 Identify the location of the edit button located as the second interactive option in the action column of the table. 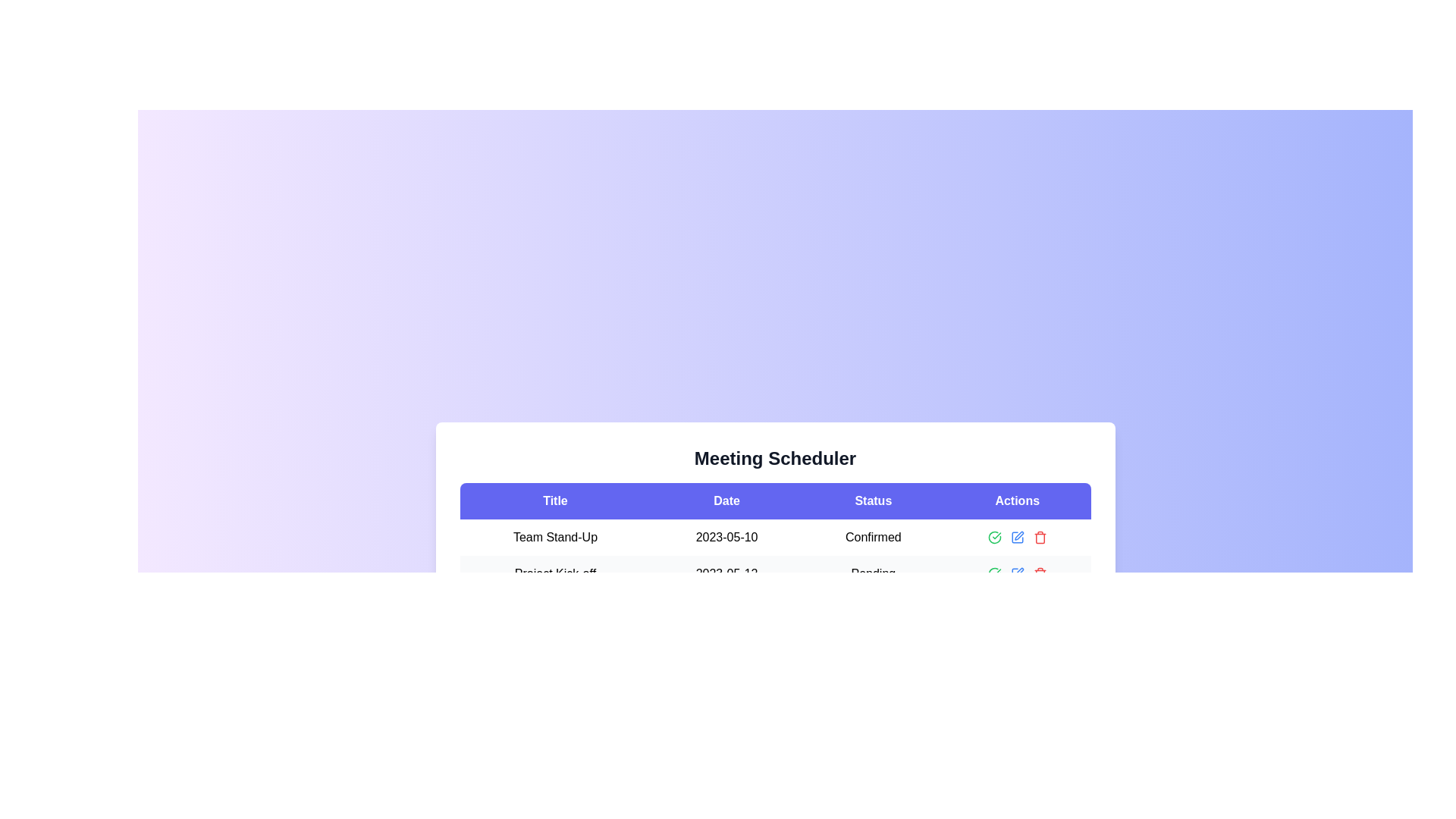
(1017, 537).